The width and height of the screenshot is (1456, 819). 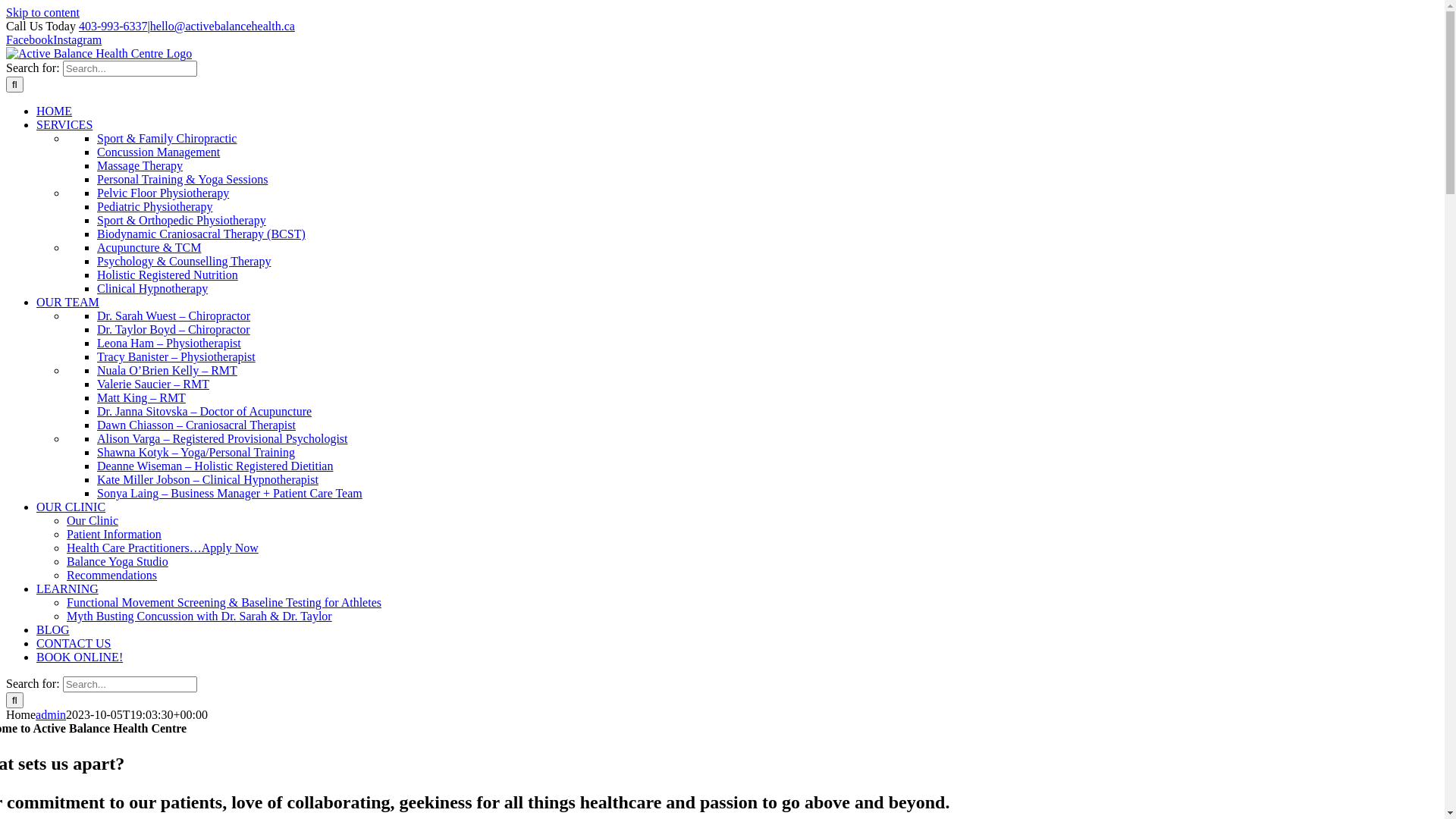 I want to click on '403-993-6337', so click(x=112, y=26).